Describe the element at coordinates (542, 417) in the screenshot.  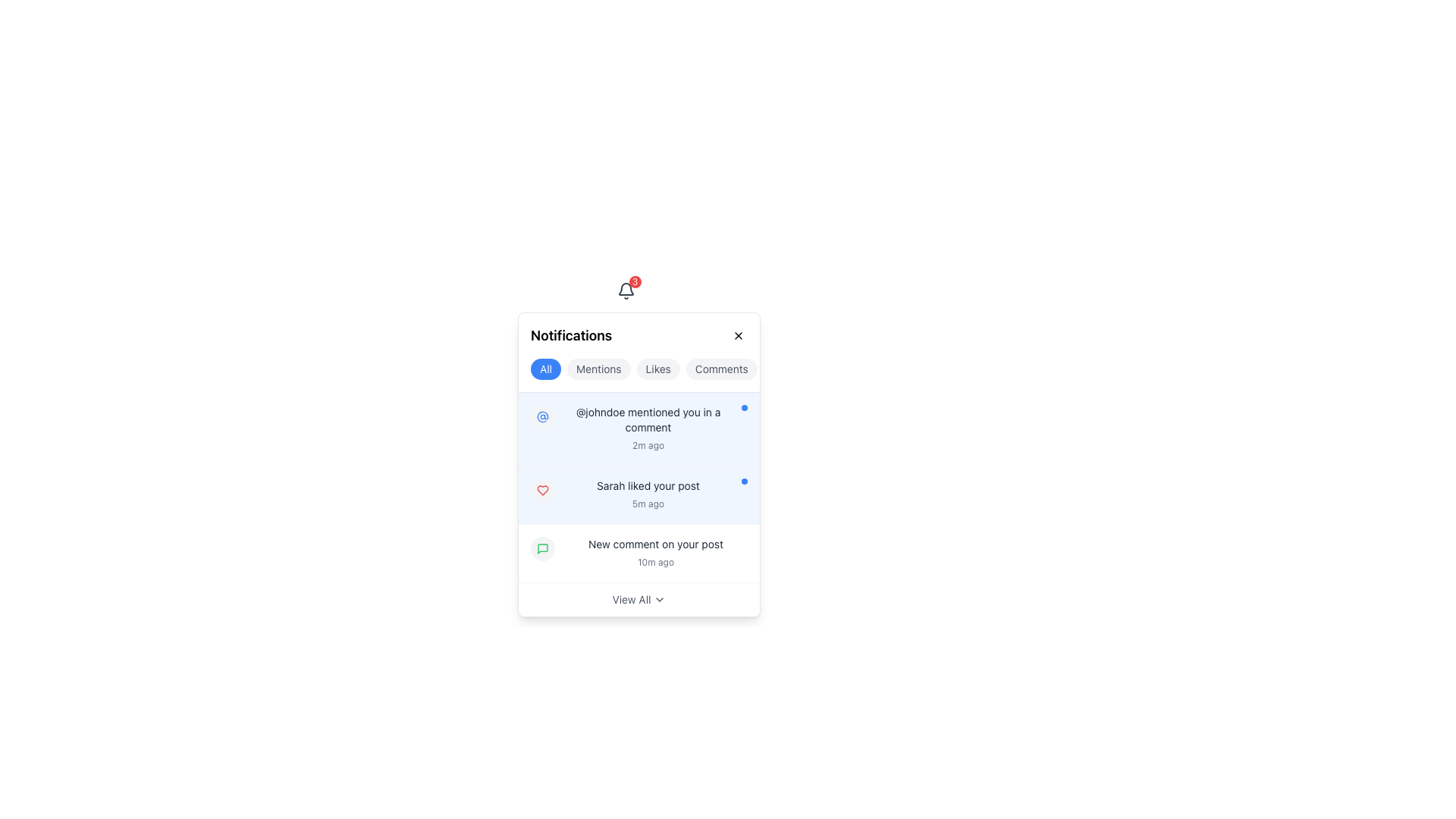
I see `the blue curved line portion of the '@' icon in the notification entry that reads '@johndoe mentioned you in a comment' under the 'All' tab` at that location.